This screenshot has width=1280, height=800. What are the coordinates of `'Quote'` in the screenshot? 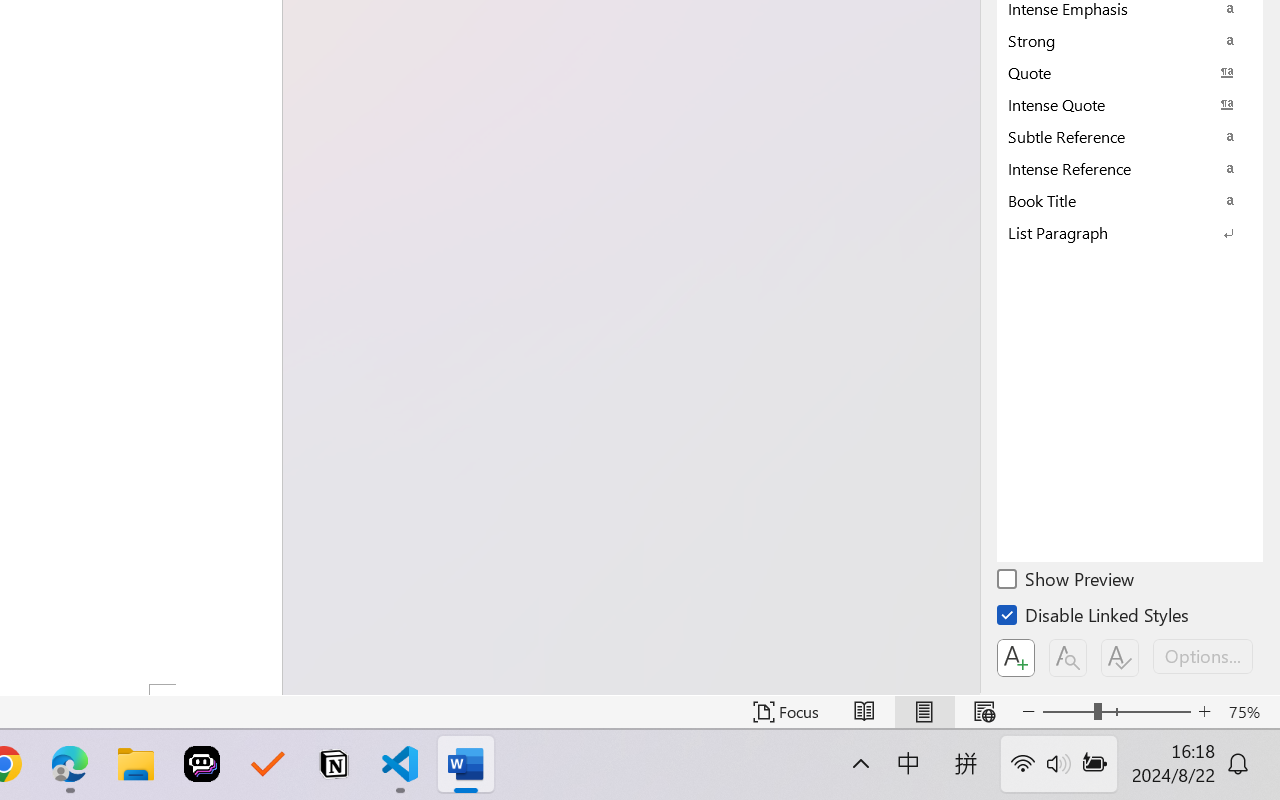 It's located at (1130, 72).